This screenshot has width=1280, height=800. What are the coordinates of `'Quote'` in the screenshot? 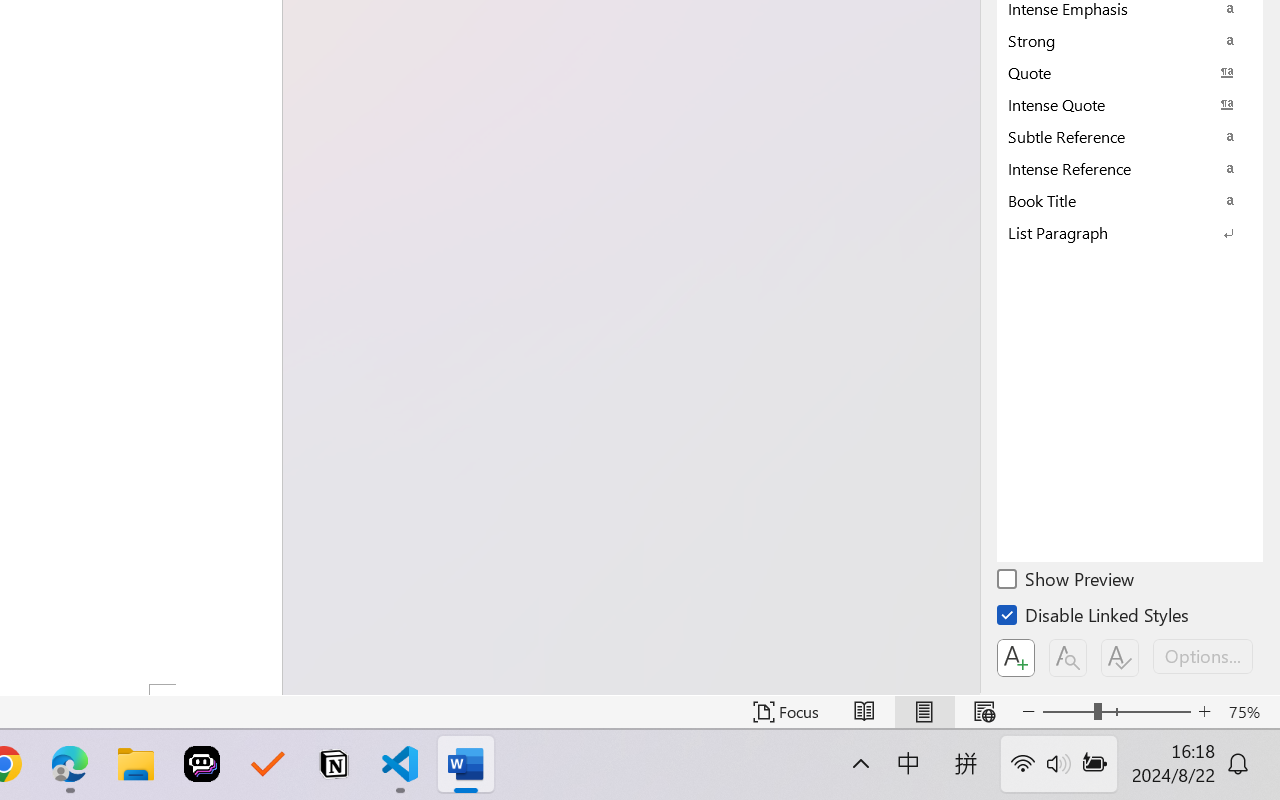 It's located at (1130, 72).